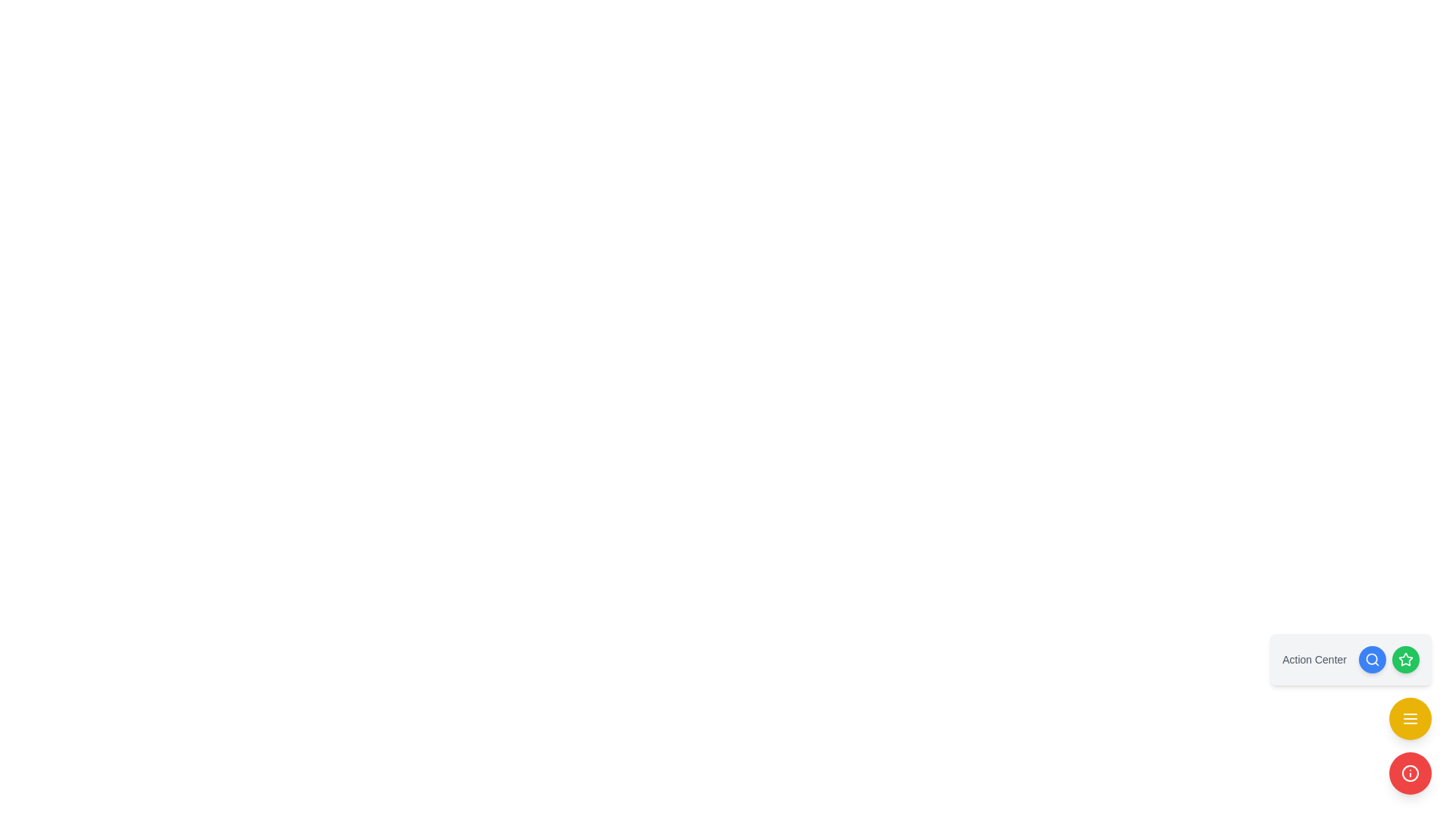 This screenshot has width=1456, height=819. What do you see at coordinates (1404, 659) in the screenshot?
I see `the third round button with a green background and a white star icon to change its visual appearance` at bounding box center [1404, 659].